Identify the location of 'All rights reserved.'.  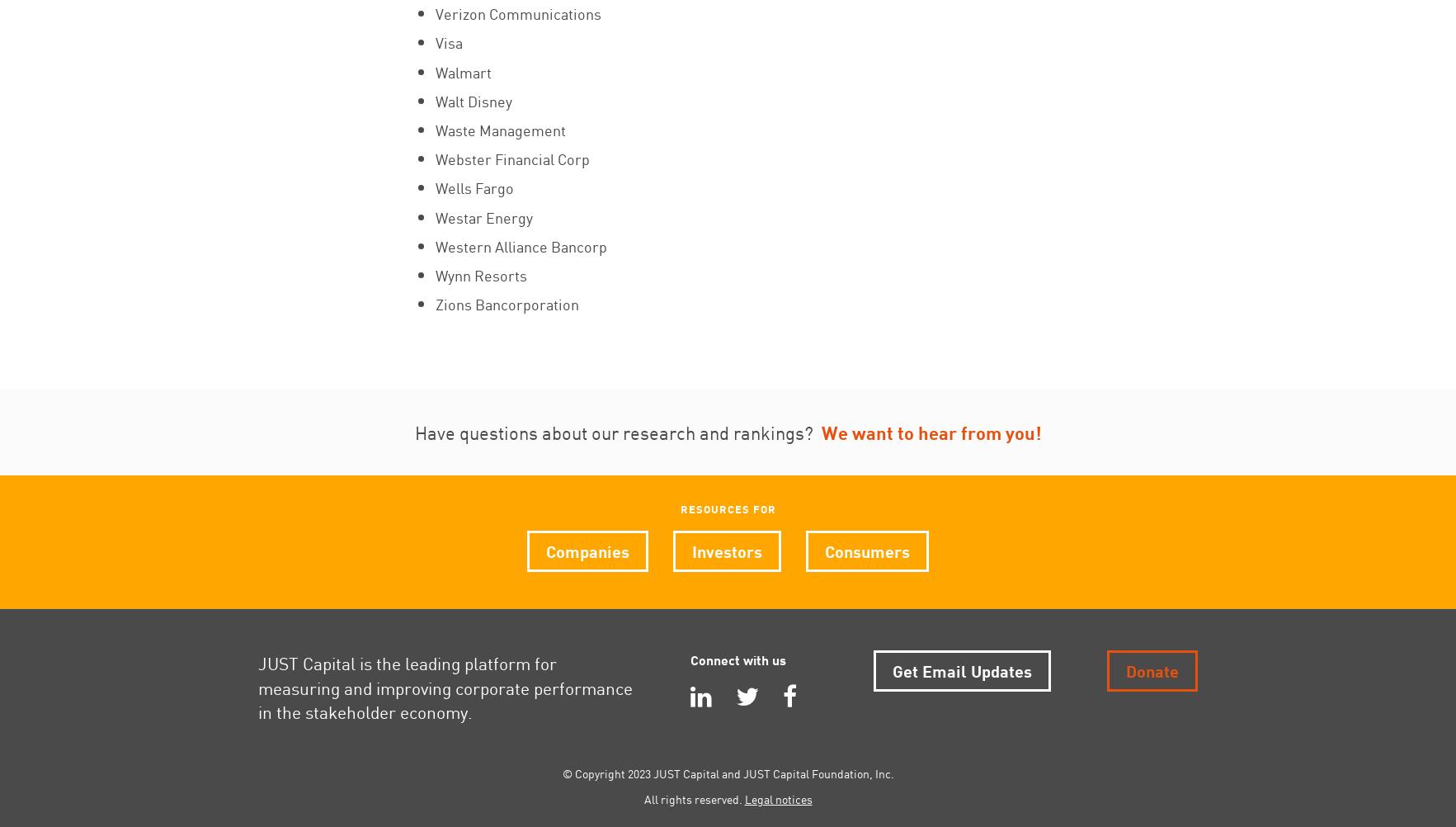
(642, 797).